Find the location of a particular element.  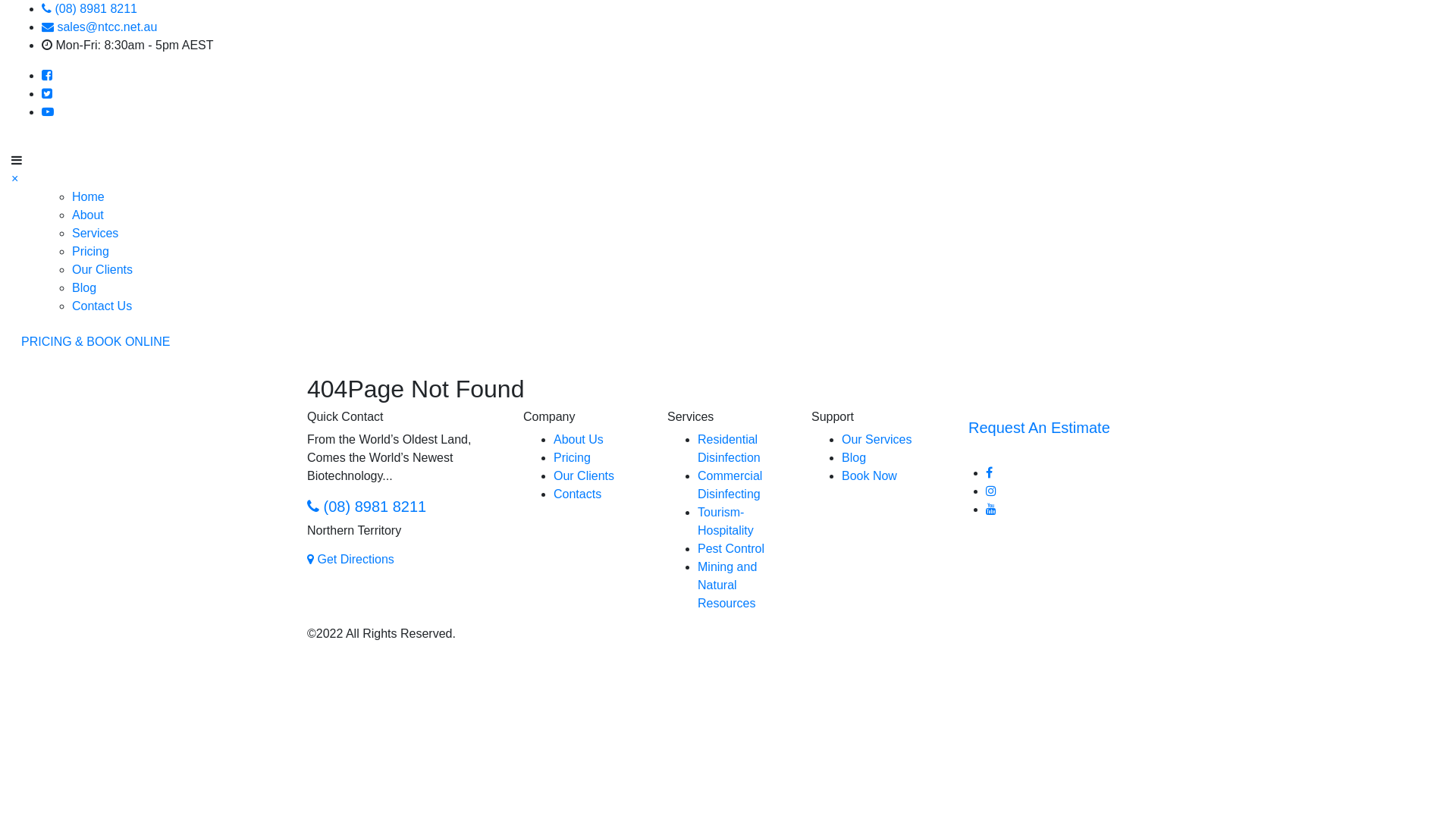

'Our Services' is located at coordinates (877, 439).